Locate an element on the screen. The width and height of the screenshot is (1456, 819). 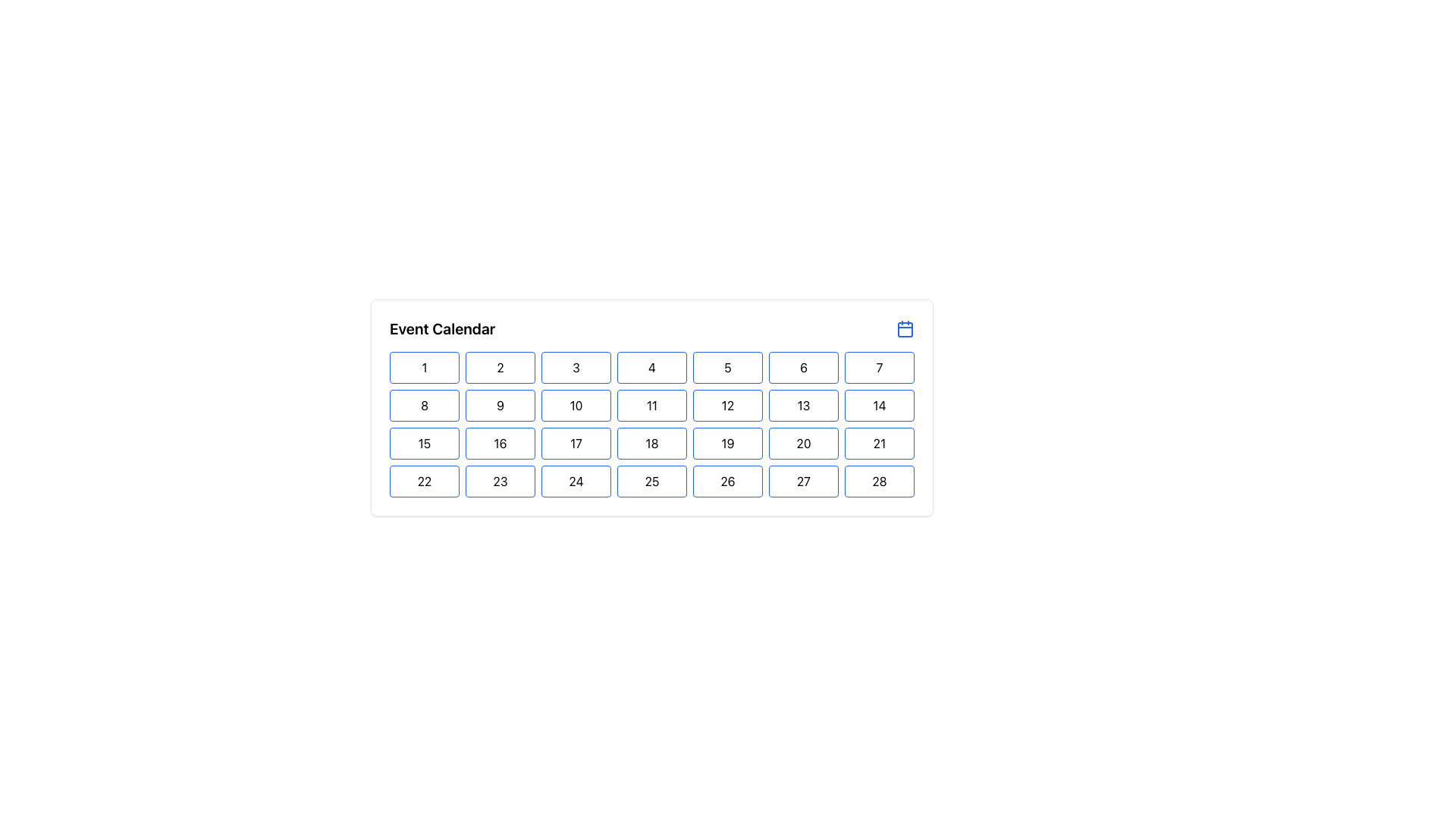
the blue-bordered rectangular button with rounded corners containing the number '3' for keyboard interaction is located at coordinates (575, 368).